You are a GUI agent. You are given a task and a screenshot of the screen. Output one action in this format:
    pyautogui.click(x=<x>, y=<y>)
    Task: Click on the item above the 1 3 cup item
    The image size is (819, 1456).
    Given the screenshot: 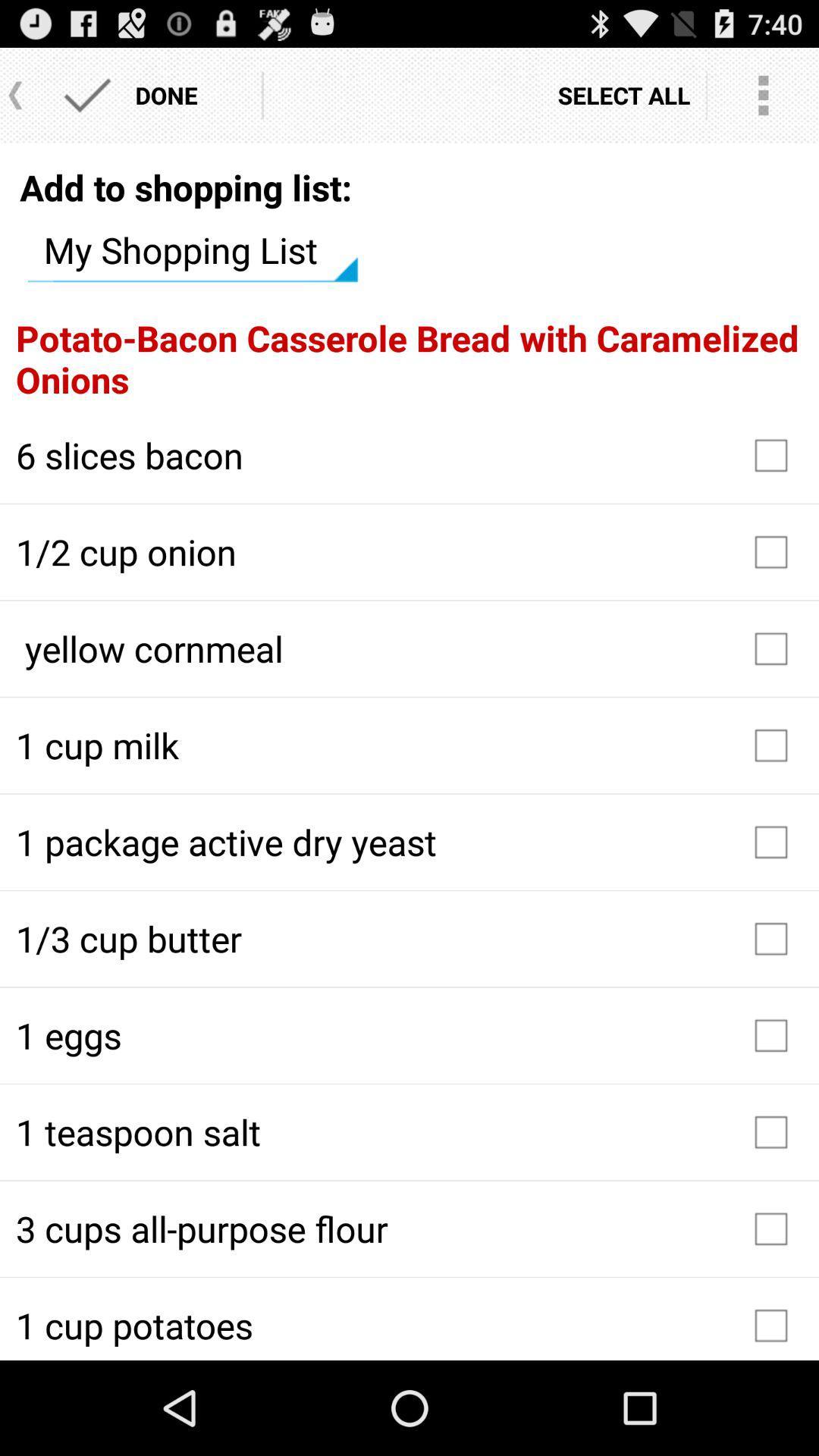 What is the action you would take?
    pyautogui.click(x=409, y=841)
    